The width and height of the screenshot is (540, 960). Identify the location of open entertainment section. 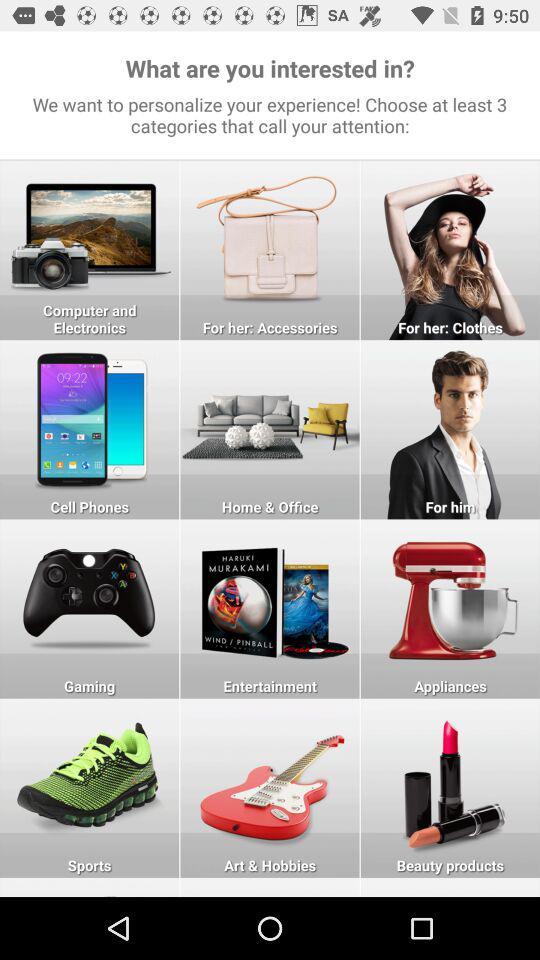
(270, 608).